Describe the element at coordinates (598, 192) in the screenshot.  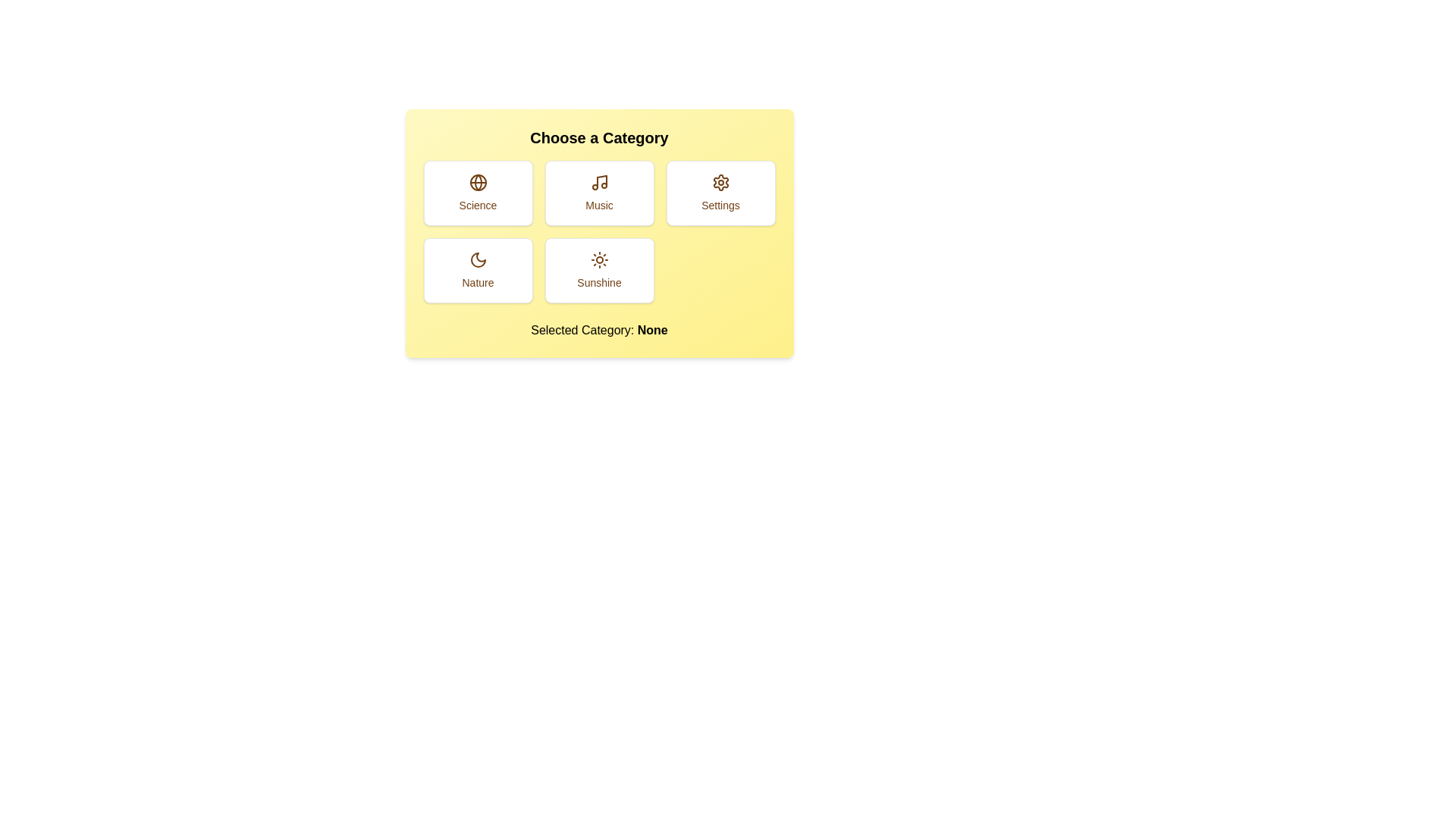
I see `the 'Music' category button, which is the second button in the first row of a grid layout containing six buttons` at that location.